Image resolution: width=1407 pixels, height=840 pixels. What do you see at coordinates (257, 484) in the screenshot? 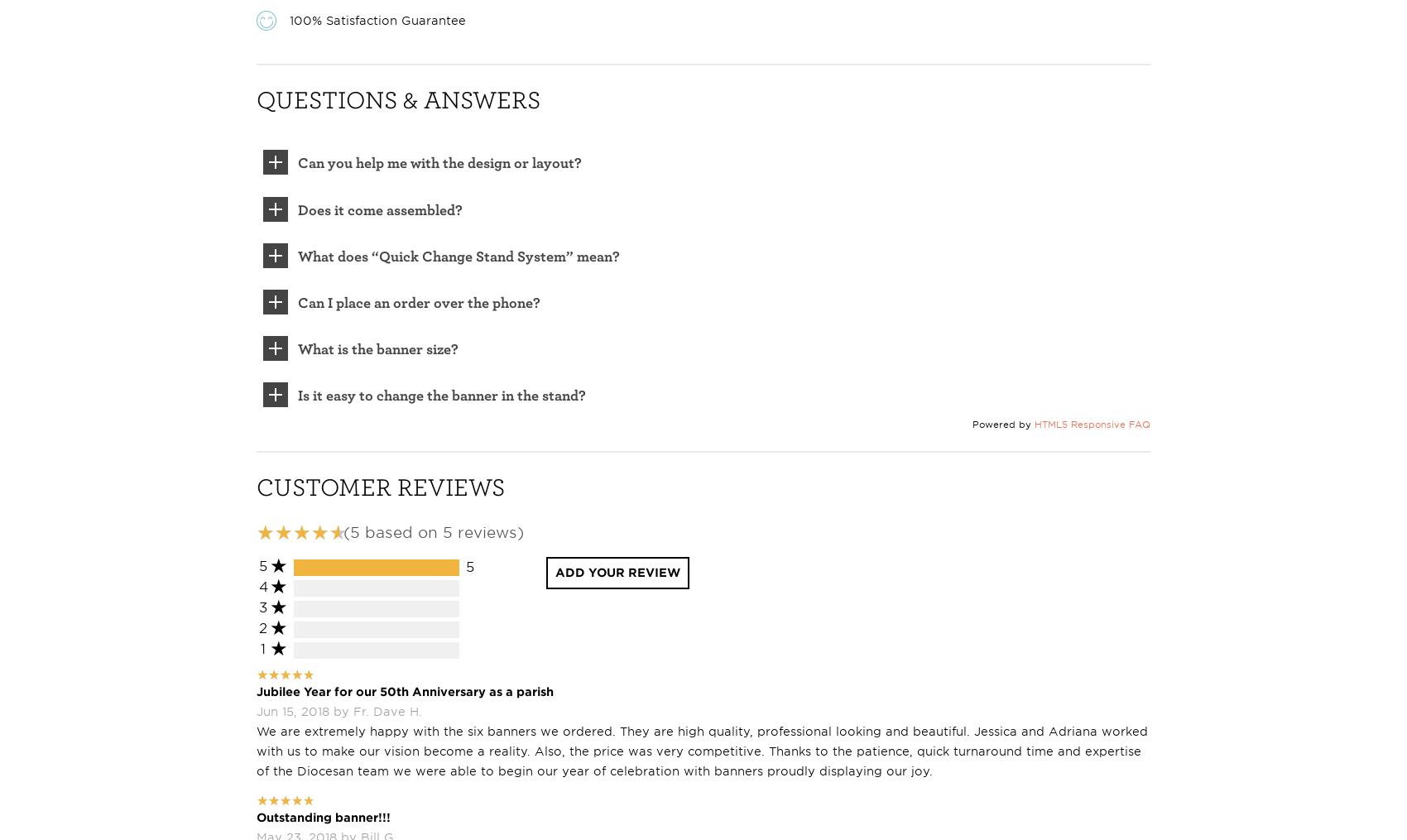
I see `'Customer Reviews'` at bounding box center [257, 484].